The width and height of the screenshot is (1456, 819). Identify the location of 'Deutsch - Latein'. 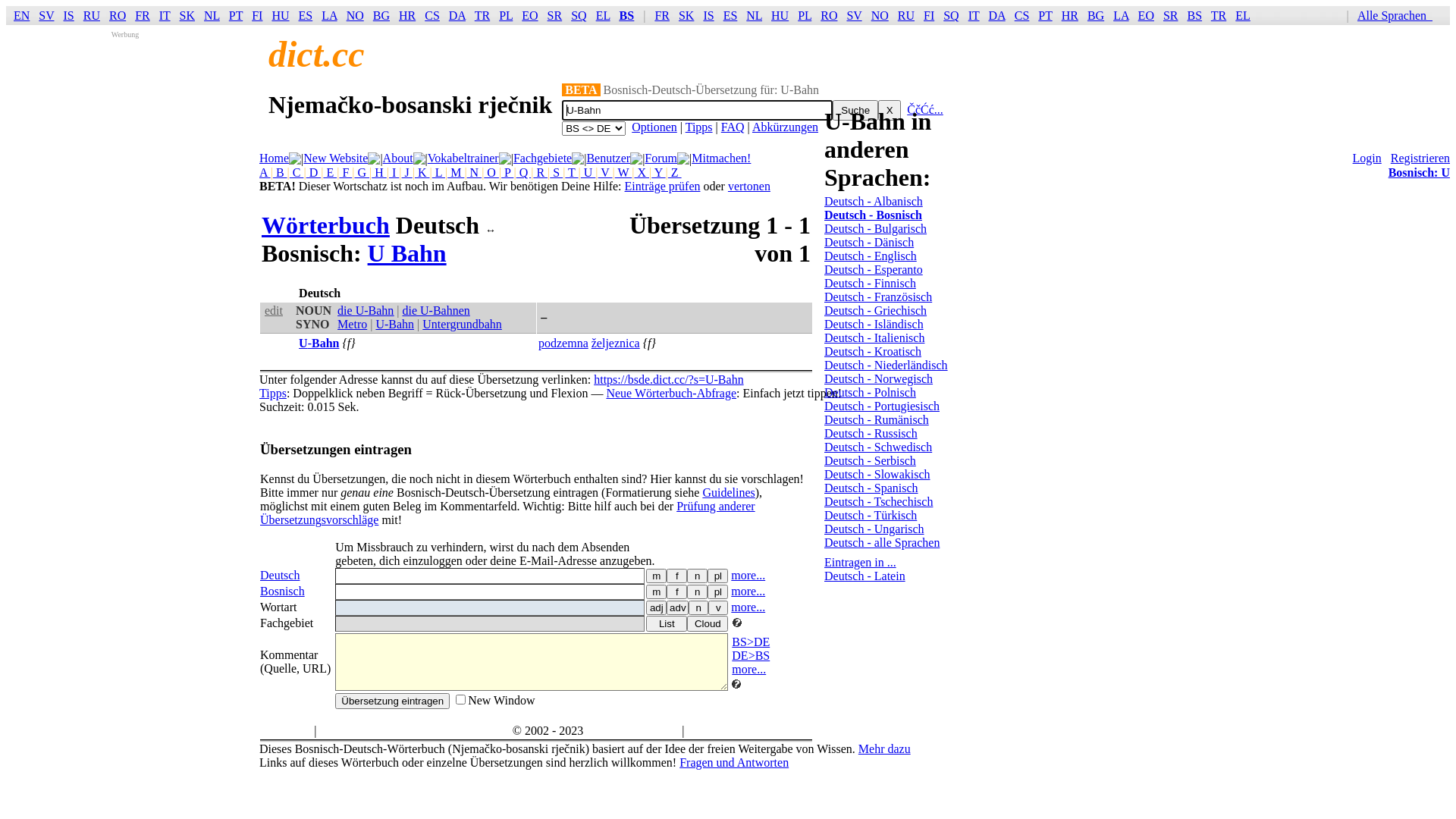
(864, 576).